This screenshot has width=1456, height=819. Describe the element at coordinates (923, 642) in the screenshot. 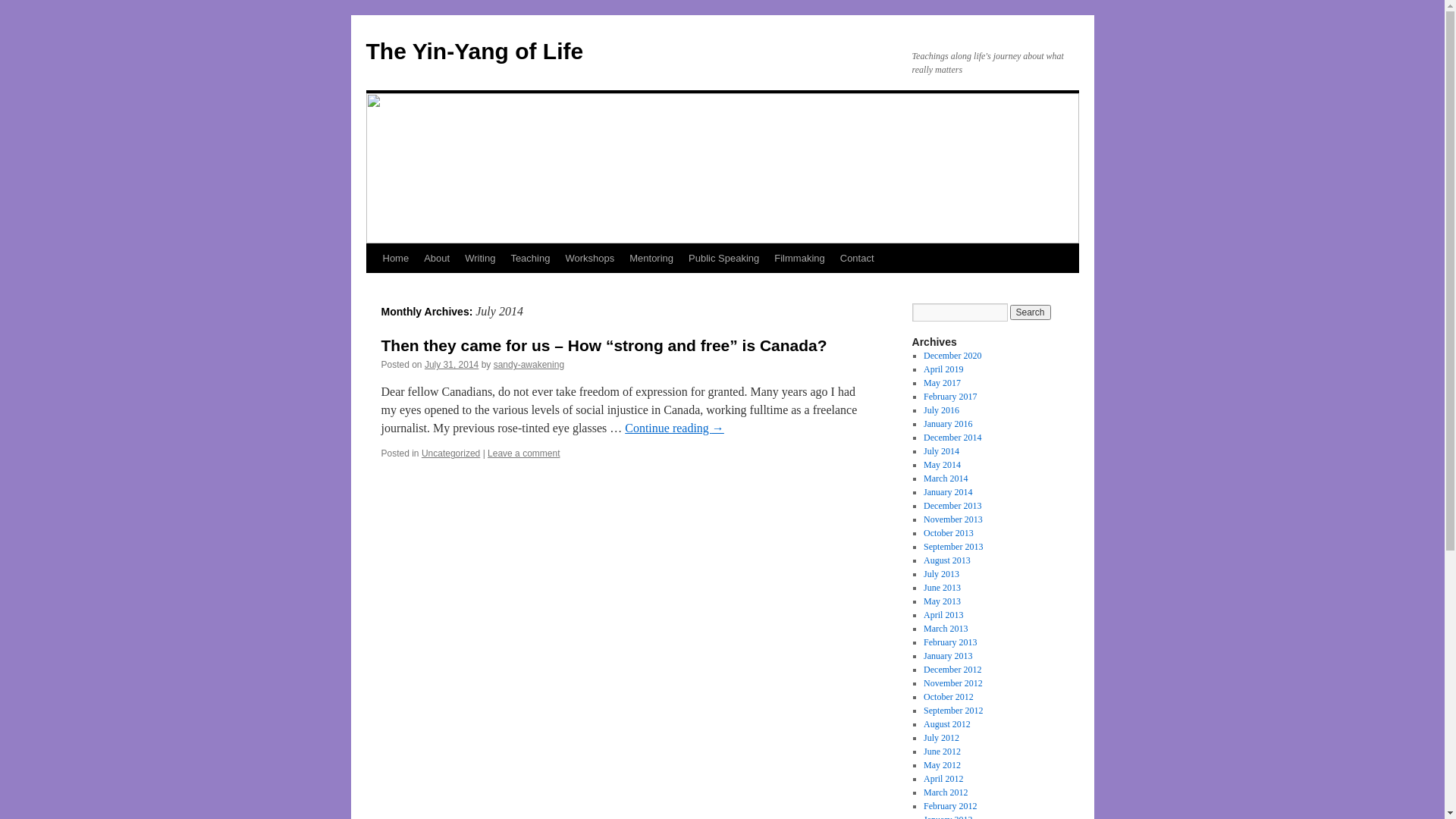

I see `'February 2013'` at that location.